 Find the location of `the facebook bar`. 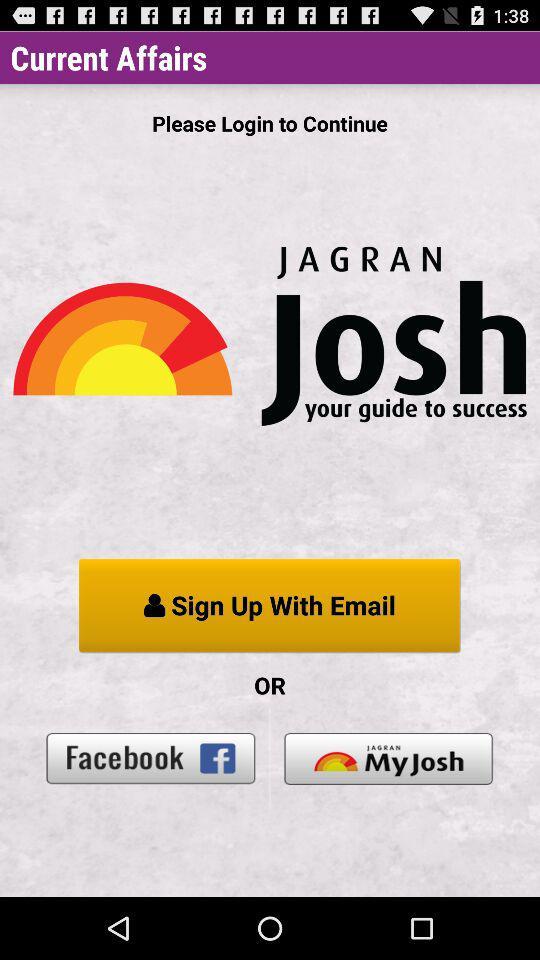

the facebook bar is located at coordinates (150, 757).